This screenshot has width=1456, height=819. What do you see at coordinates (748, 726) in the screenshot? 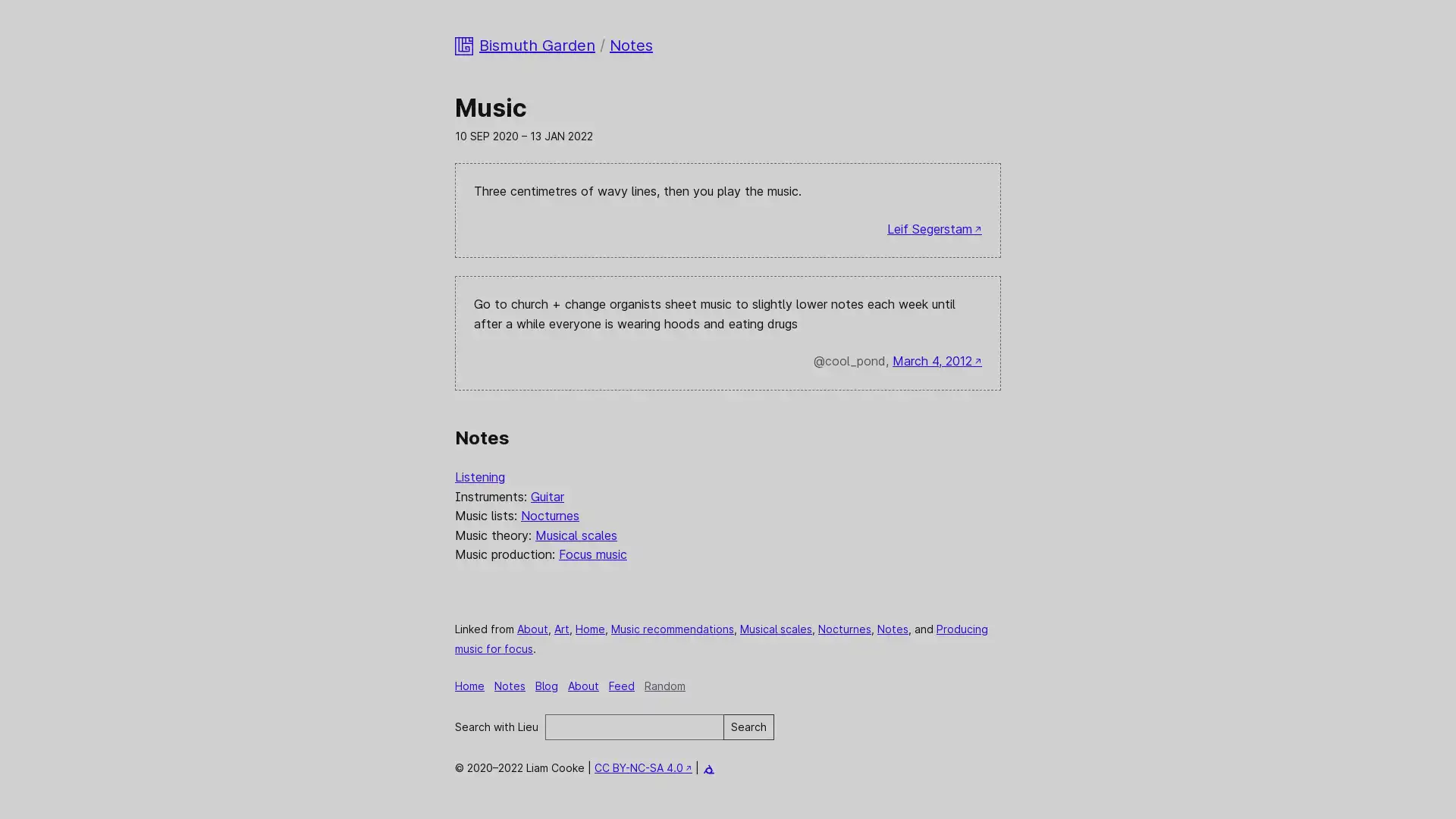
I see `Search` at bounding box center [748, 726].